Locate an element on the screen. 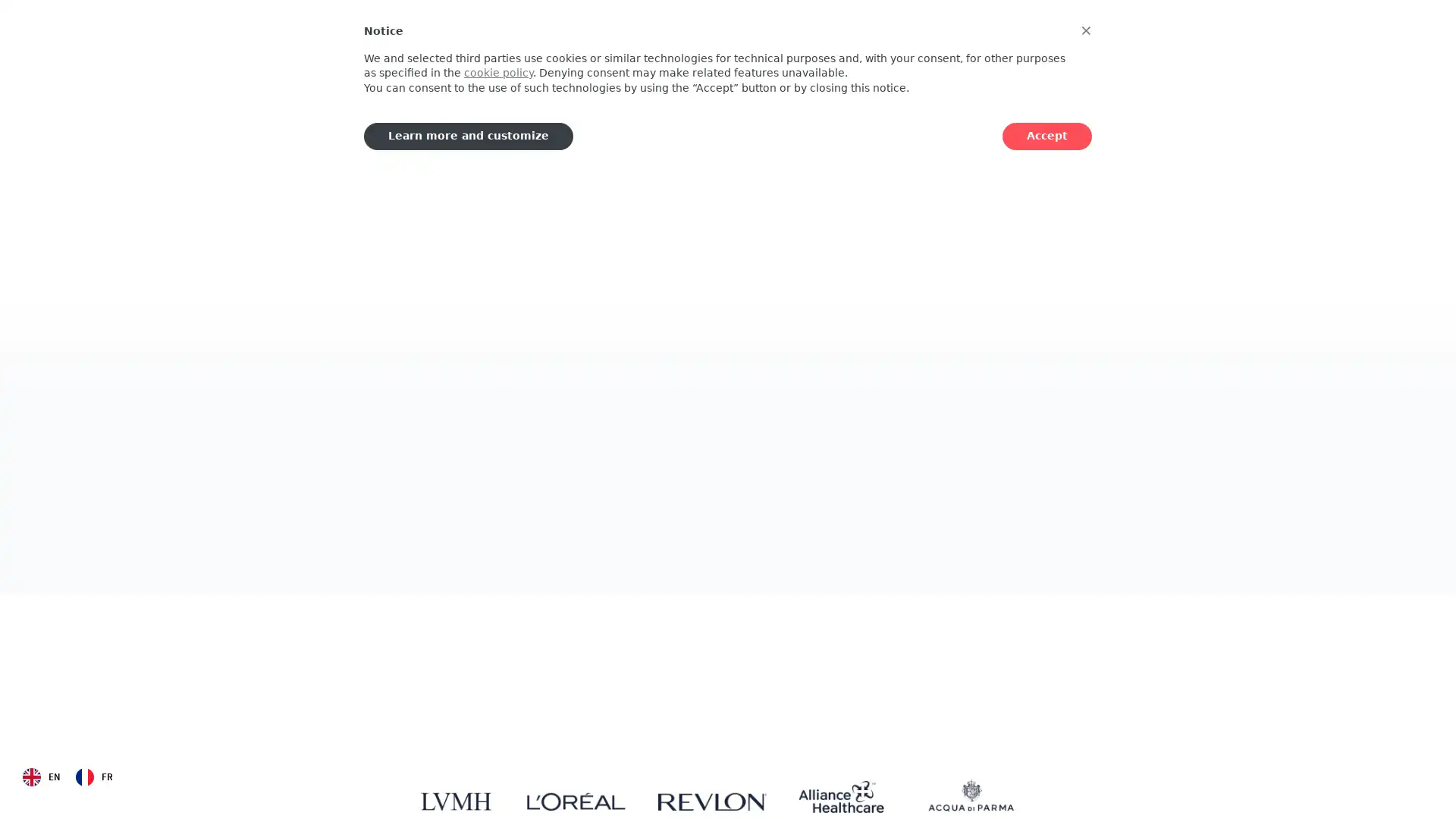  Accept is located at coordinates (1046, 135).